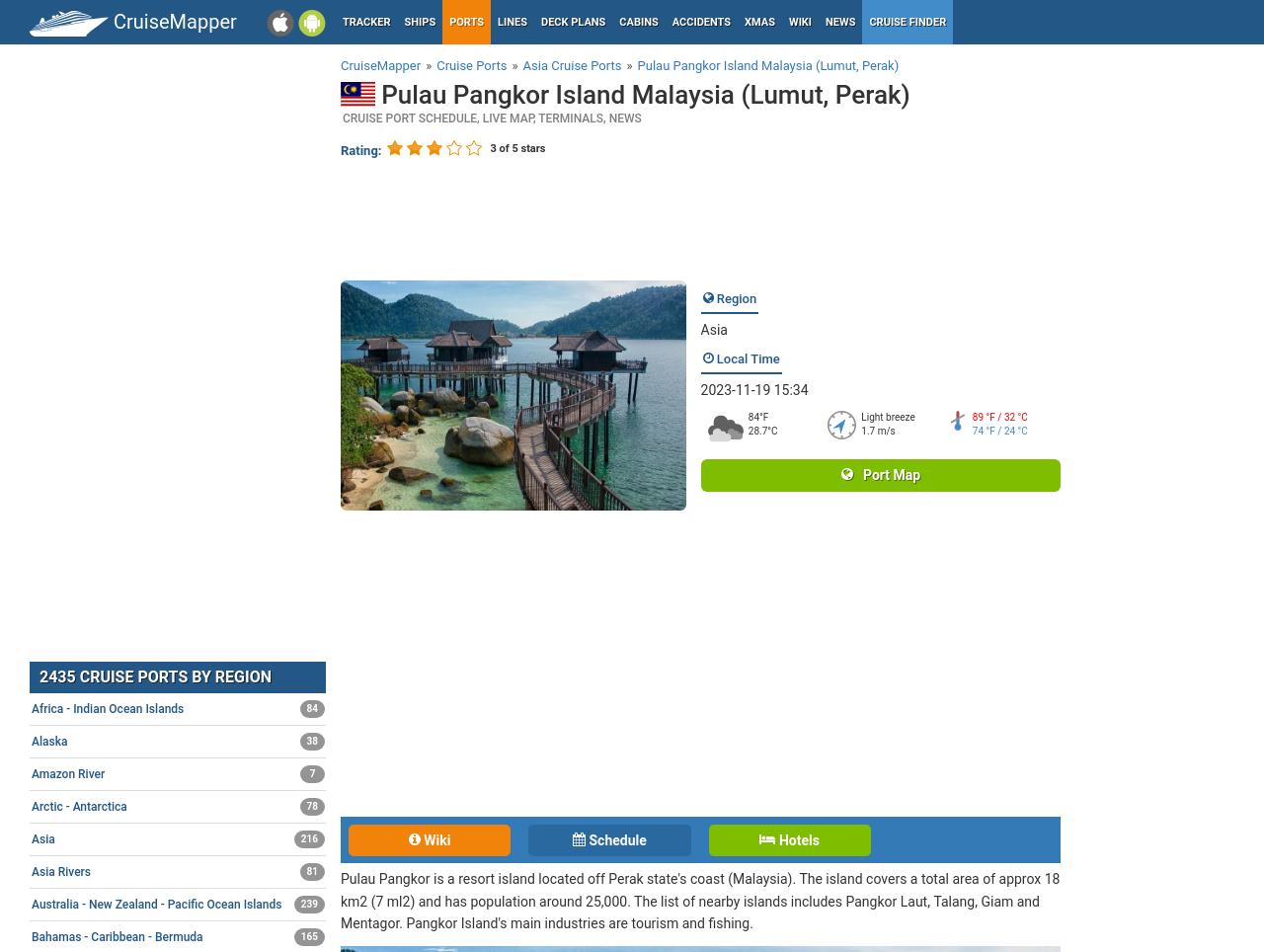 Image resolution: width=1264 pixels, height=952 pixels. Describe the element at coordinates (434, 840) in the screenshot. I see `'Wiki'` at that location.